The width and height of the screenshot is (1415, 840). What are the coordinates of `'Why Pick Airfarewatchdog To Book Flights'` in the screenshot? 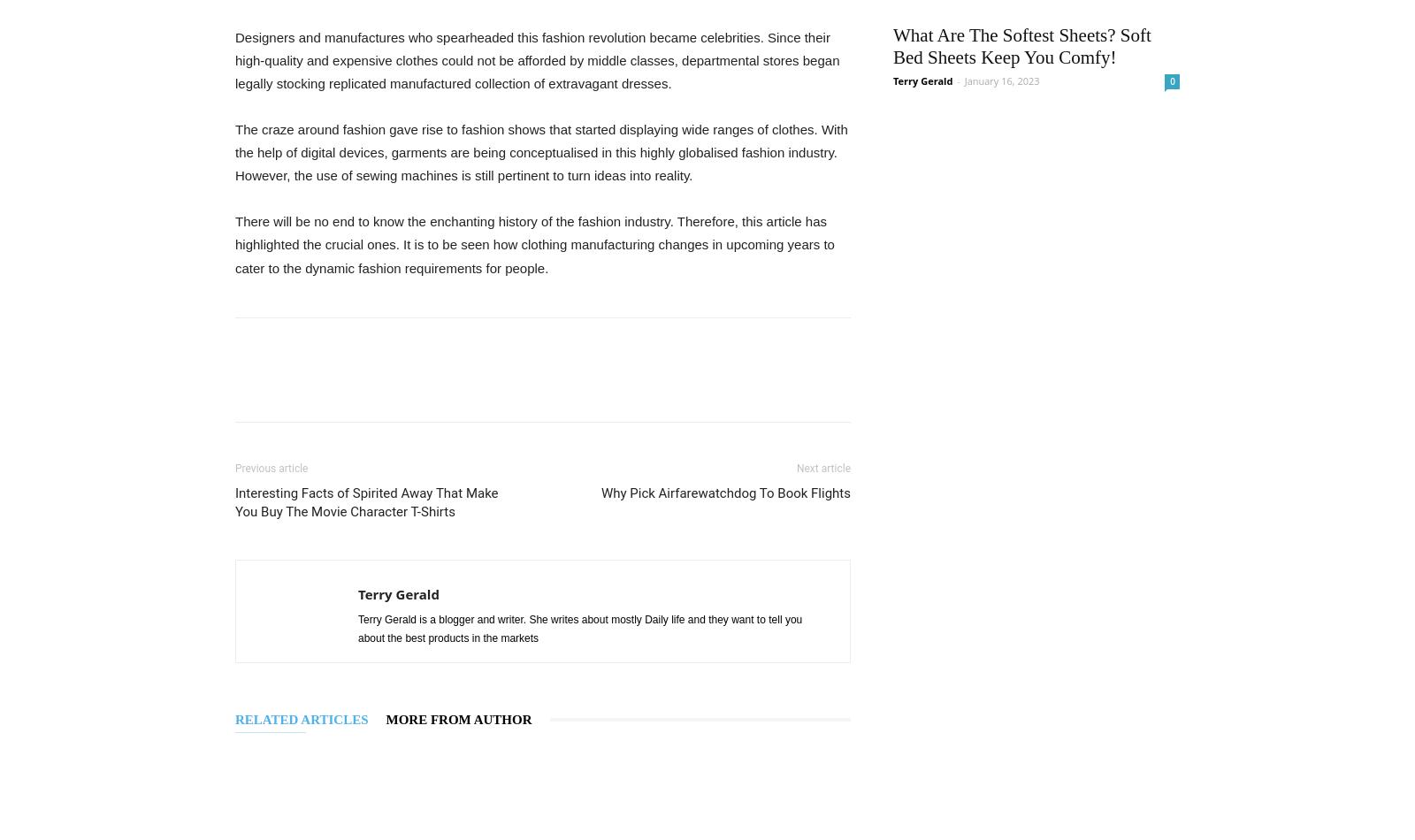 It's located at (724, 492).